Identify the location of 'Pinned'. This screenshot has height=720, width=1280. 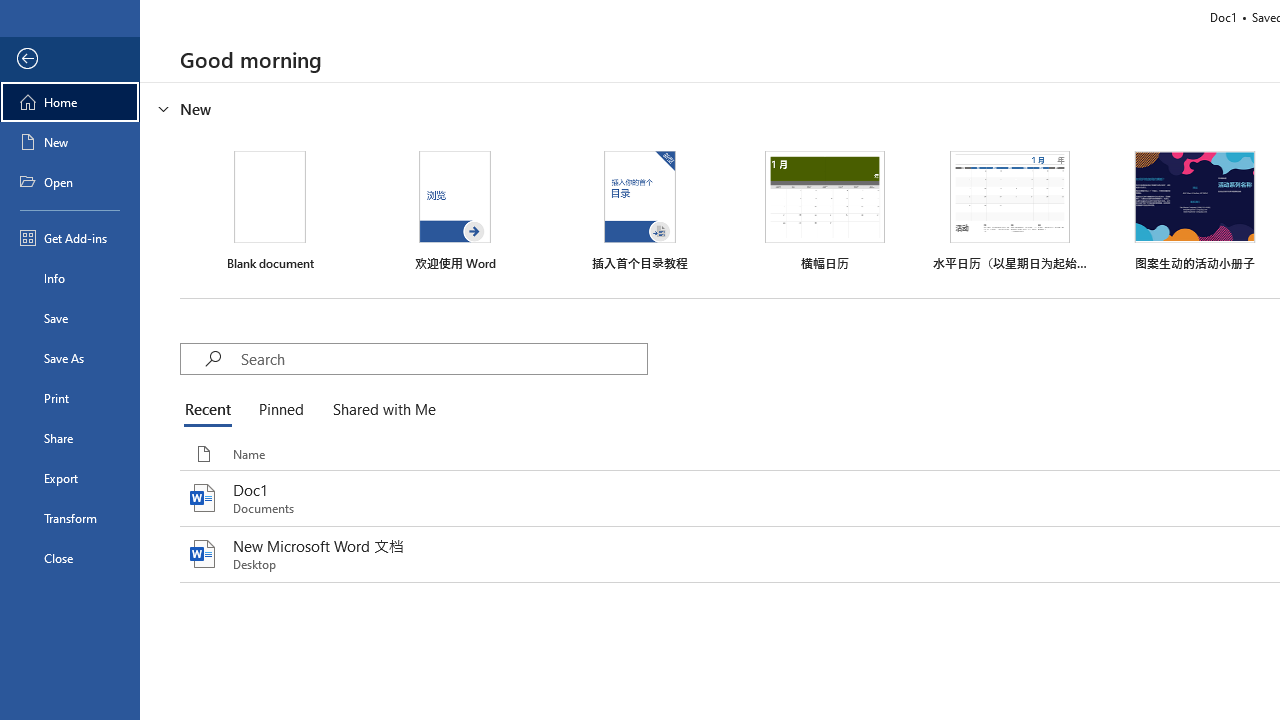
(279, 410).